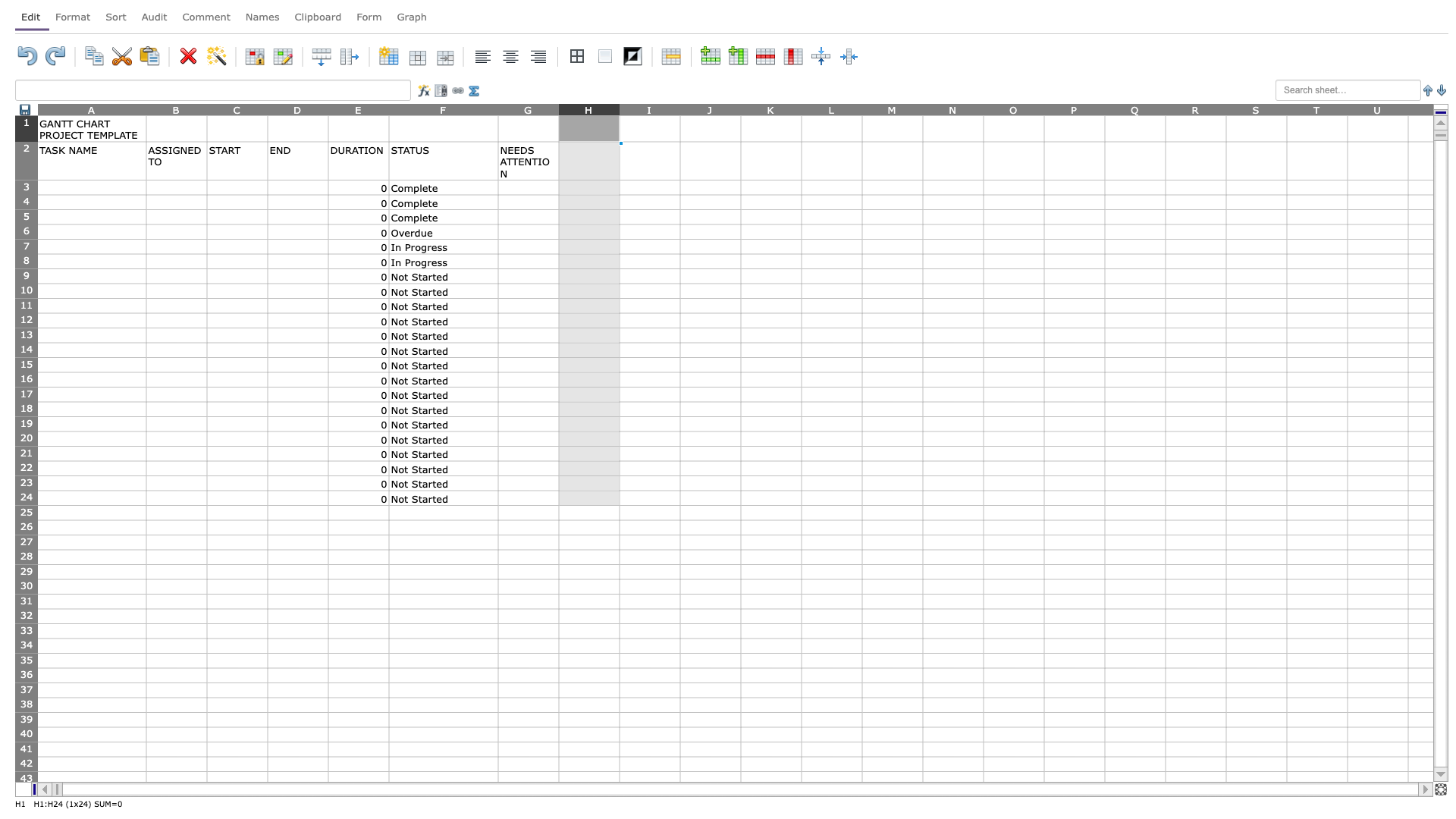  I want to click on column I's width resize handle, so click(679, 108).